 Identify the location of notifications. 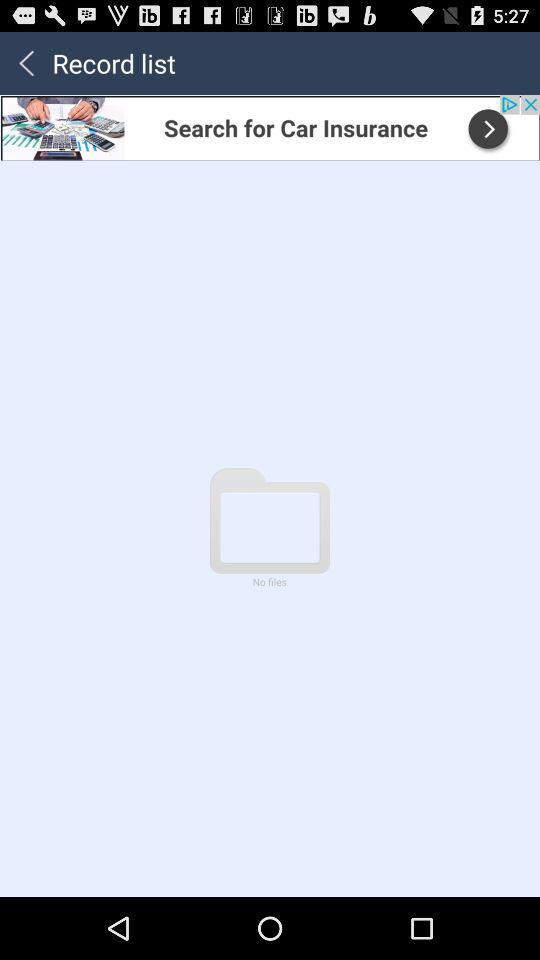
(270, 126).